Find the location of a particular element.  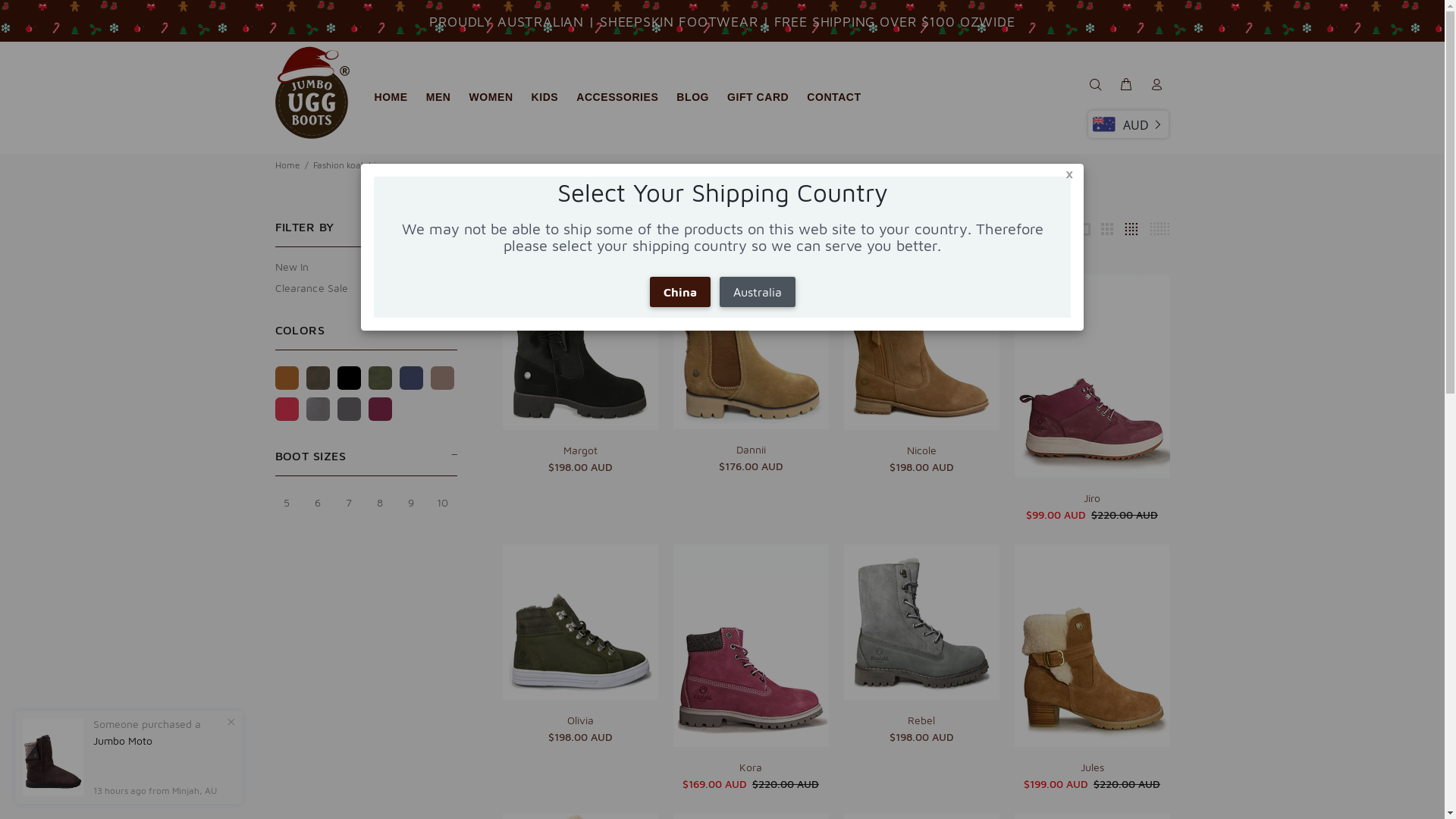

'Navy blue' is located at coordinates (410, 376).